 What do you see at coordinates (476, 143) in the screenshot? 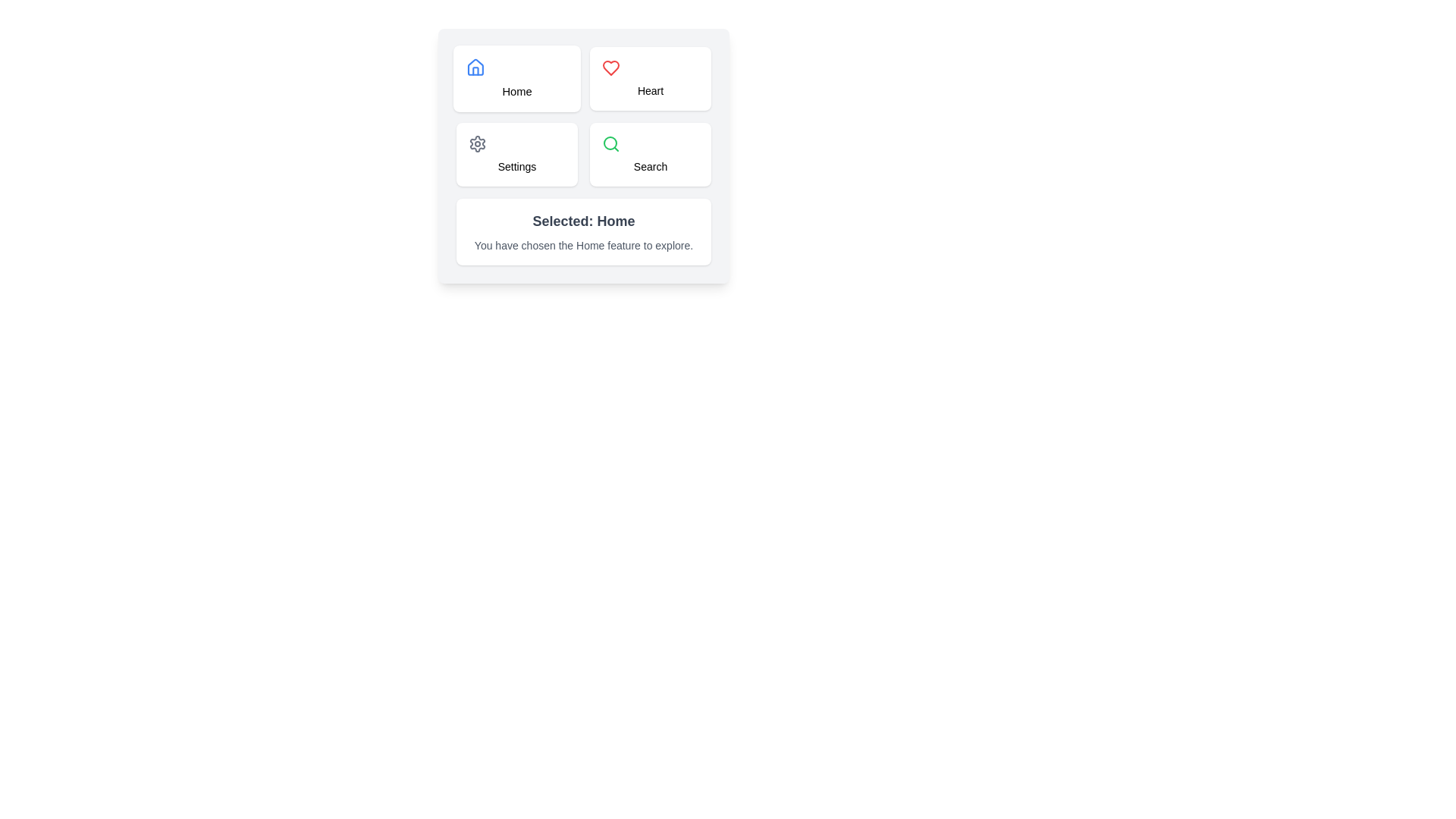
I see `the settings gear icon, which is a vector graphic representation featuring a circular center and protruding fins, located in the bottom-left quadrant of the navigation options` at bounding box center [476, 143].